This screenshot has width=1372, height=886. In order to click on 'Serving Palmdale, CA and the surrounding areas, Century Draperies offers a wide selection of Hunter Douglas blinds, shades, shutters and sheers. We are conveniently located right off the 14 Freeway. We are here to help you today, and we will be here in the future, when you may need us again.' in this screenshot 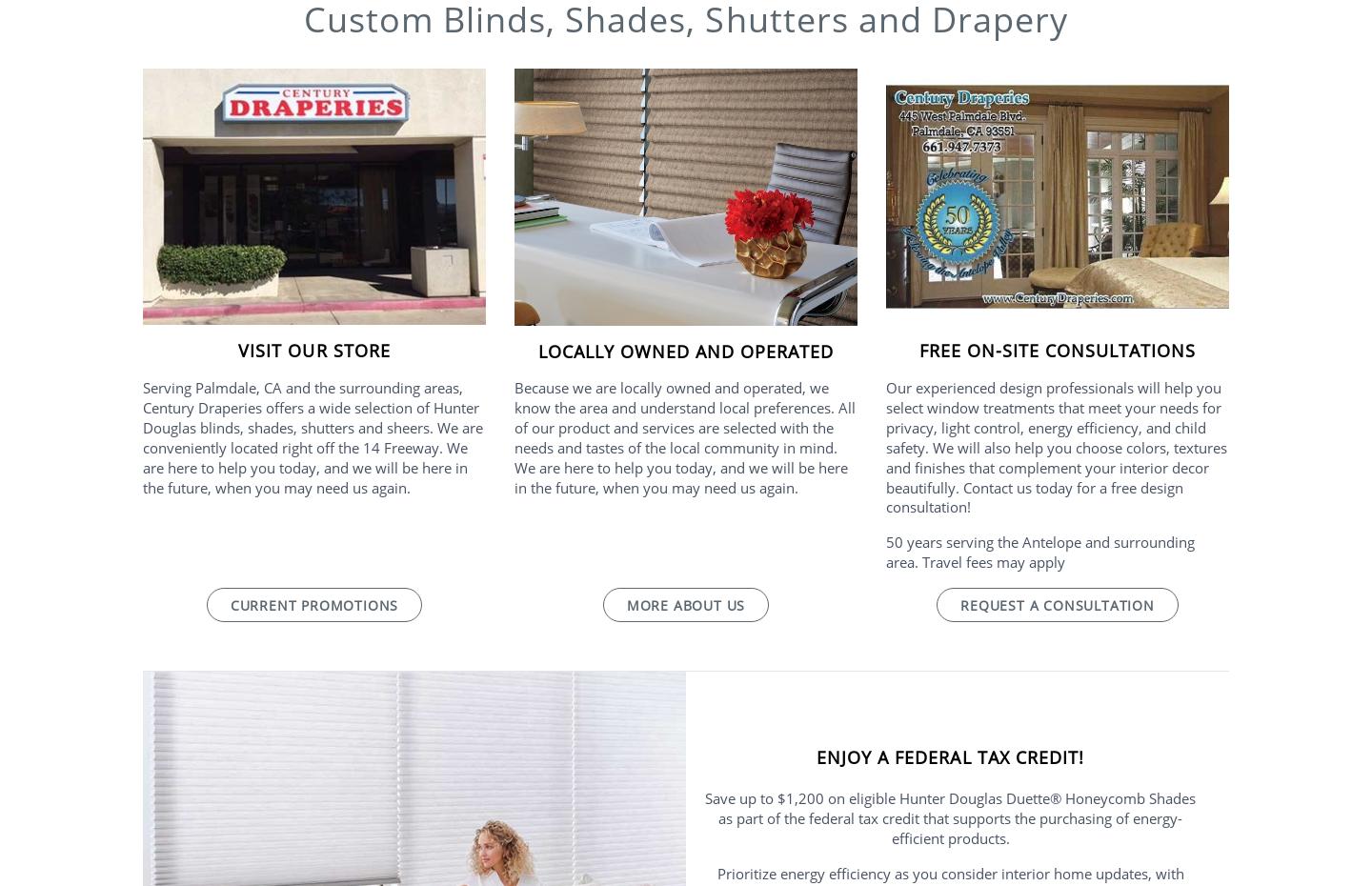, I will do `click(313, 436)`.